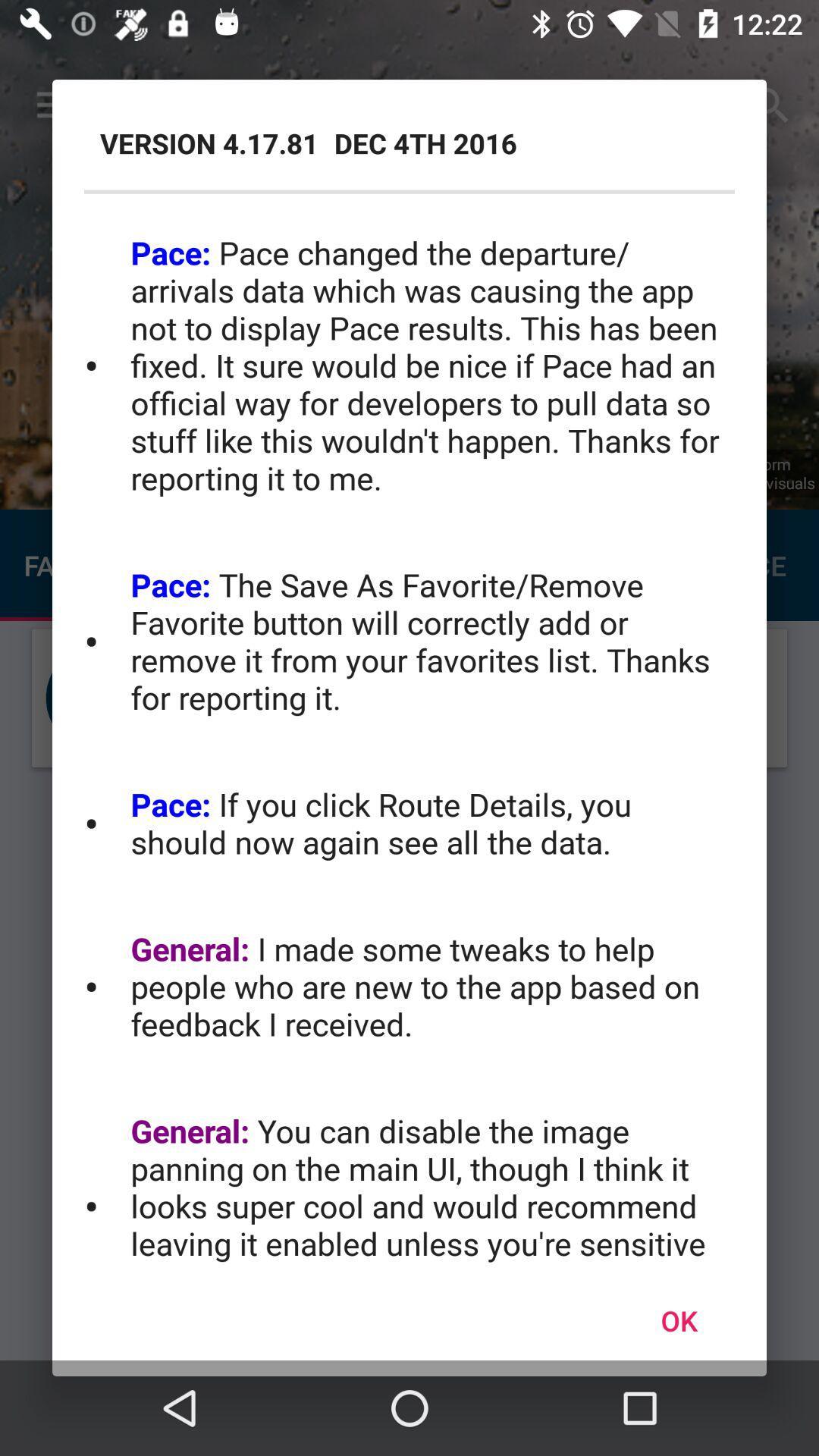 This screenshot has width=819, height=1456. What do you see at coordinates (678, 1319) in the screenshot?
I see `the ok icon` at bounding box center [678, 1319].